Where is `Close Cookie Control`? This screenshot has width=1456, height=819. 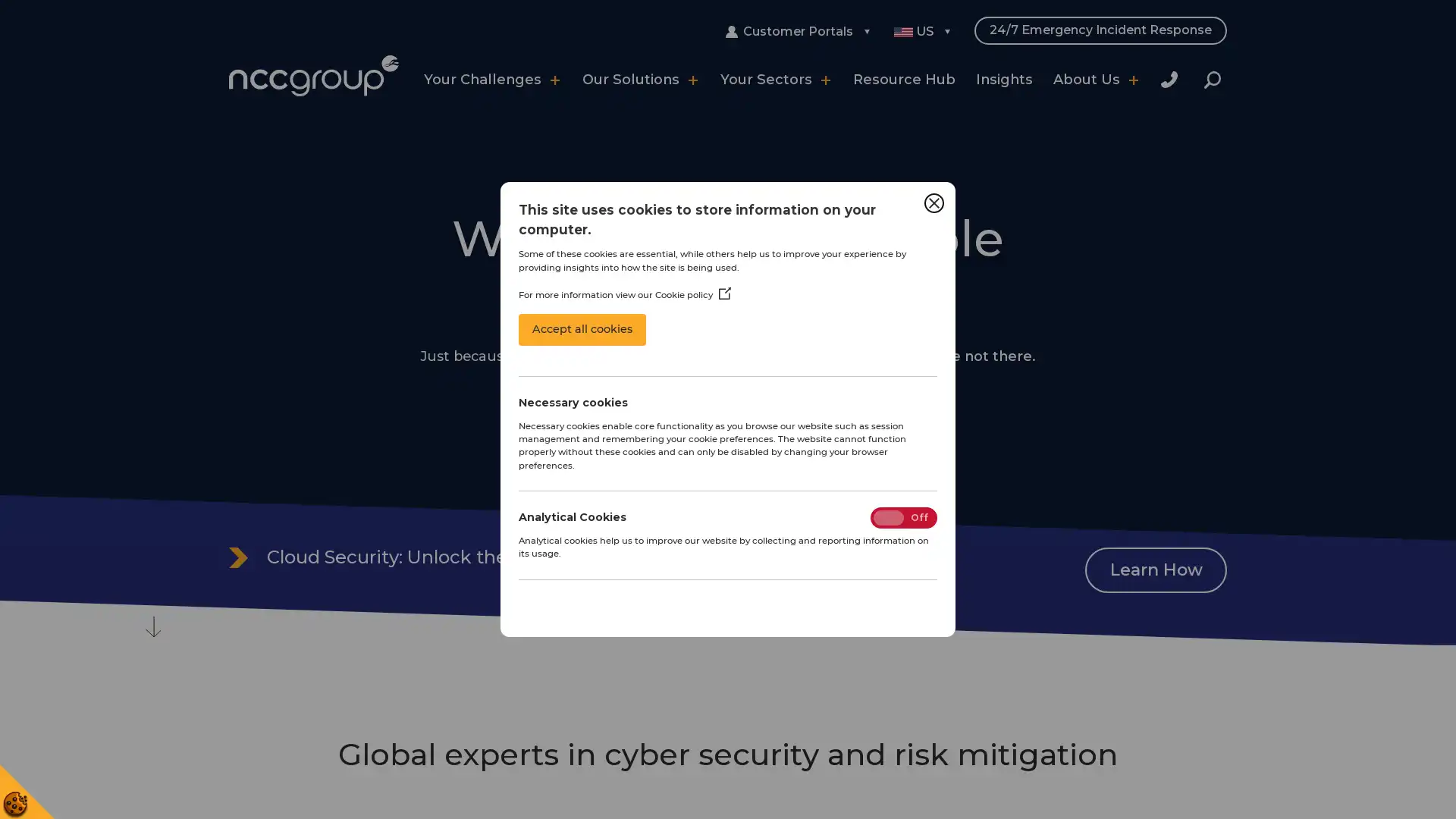
Close Cookie Control is located at coordinates (934, 202).